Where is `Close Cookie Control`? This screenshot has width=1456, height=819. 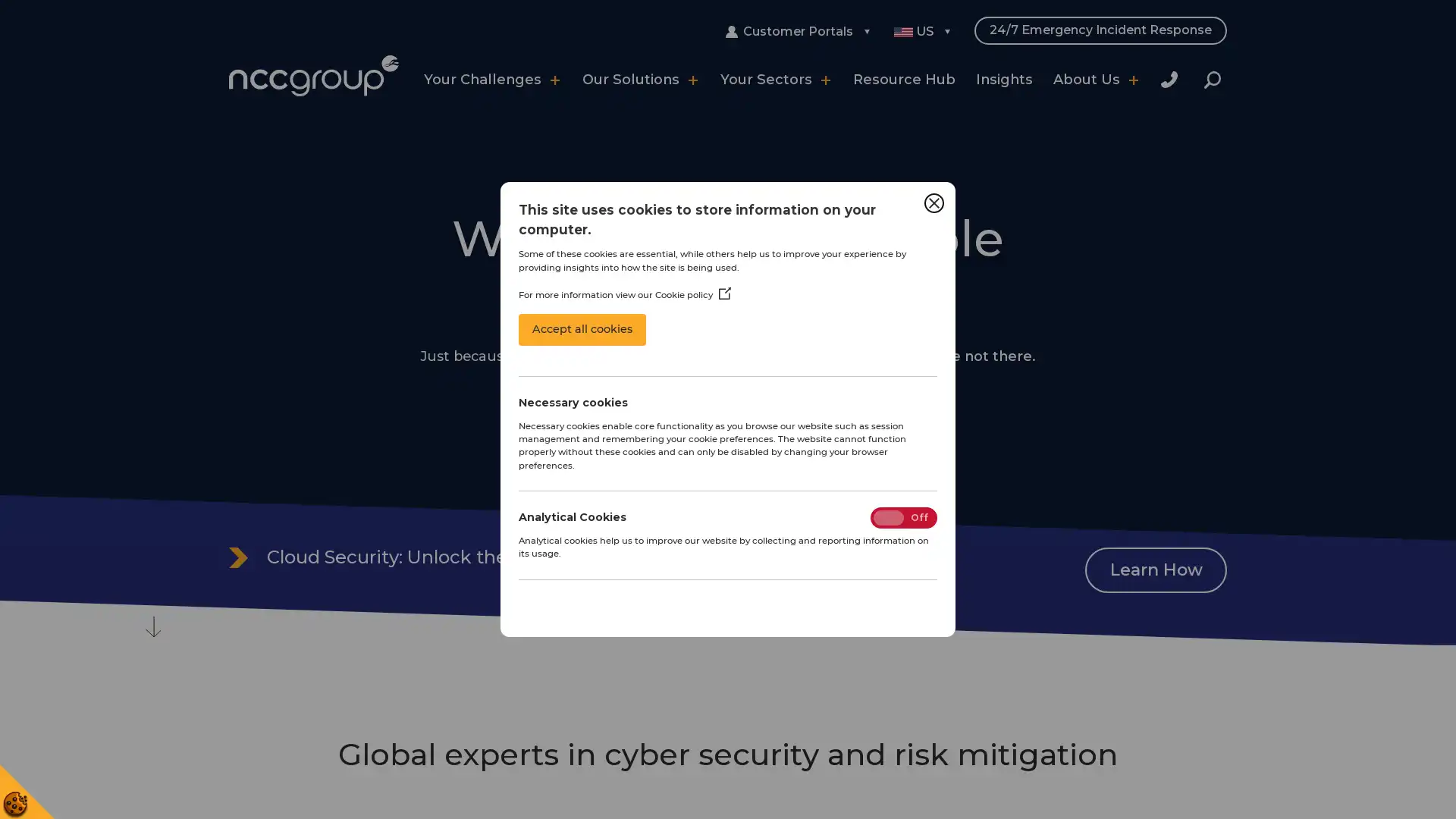
Close Cookie Control is located at coordinates (934, 202).